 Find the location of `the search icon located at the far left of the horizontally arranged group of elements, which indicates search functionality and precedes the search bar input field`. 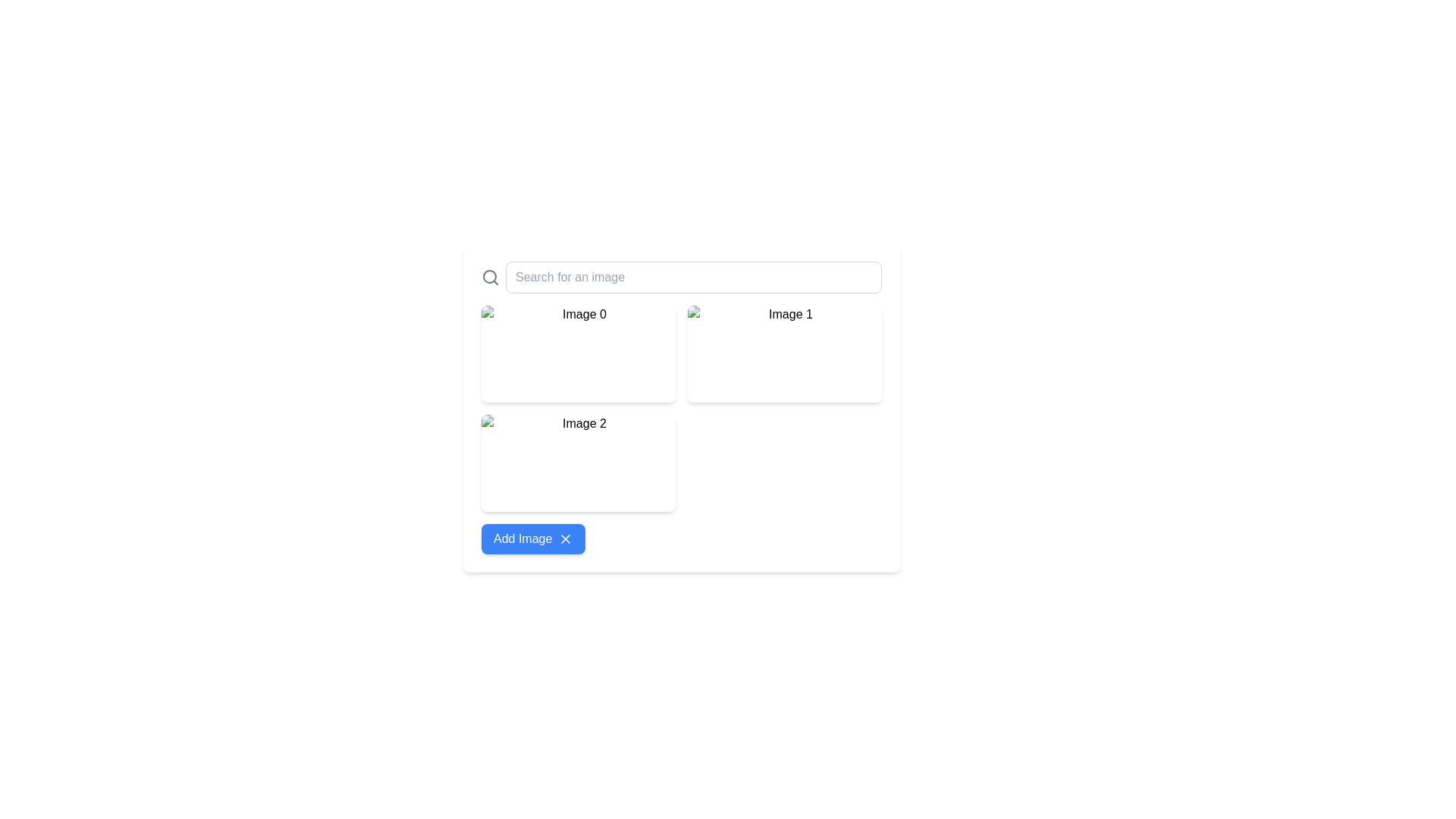

the search icon located at the far left of the horizontally arranged group of elements, which indicates search functionality and precedes the search bar input field is located at coordinates (491, 278).